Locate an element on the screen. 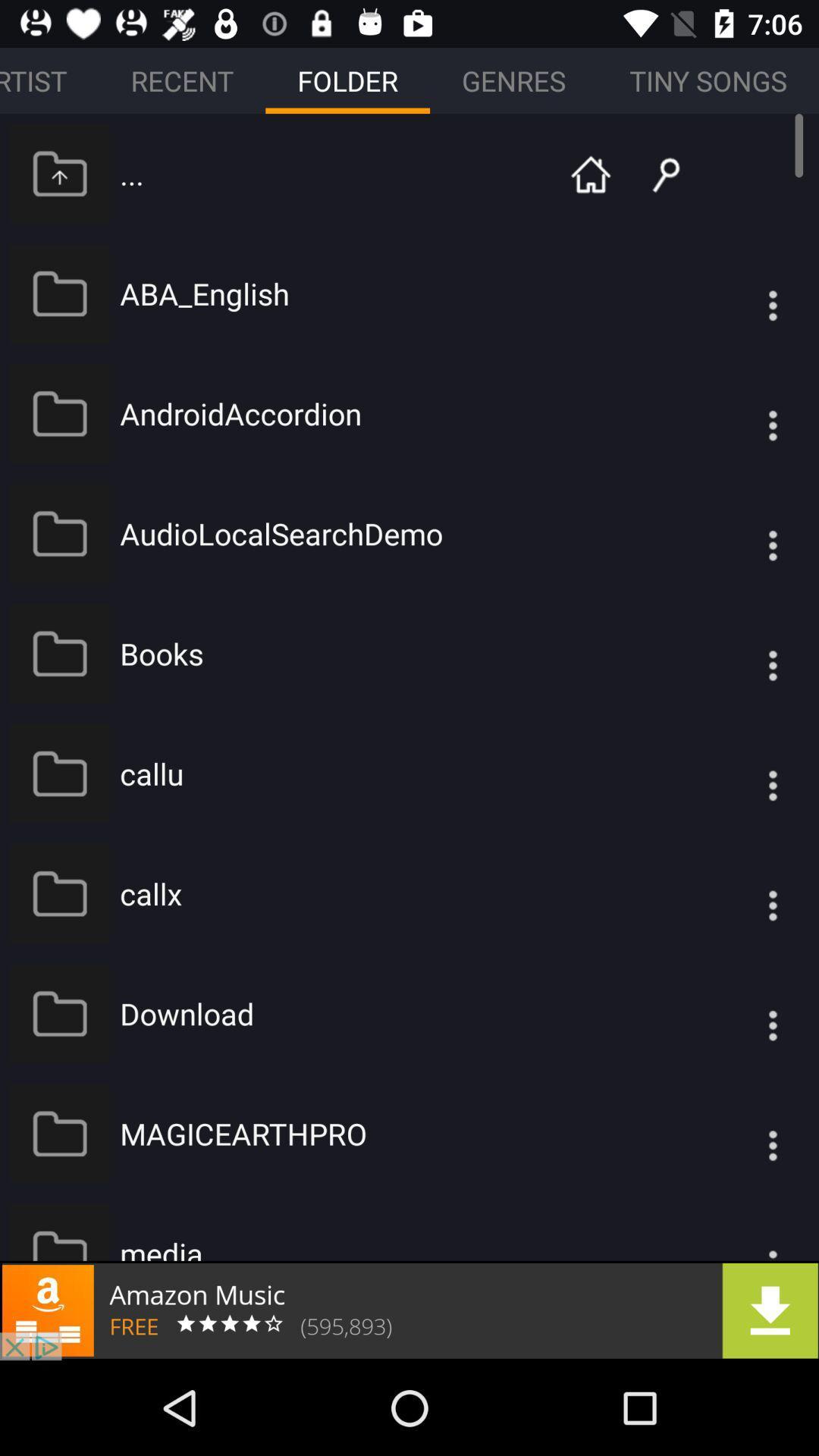 The image size is (819, 1456). home is located at coordinates (590, 173).